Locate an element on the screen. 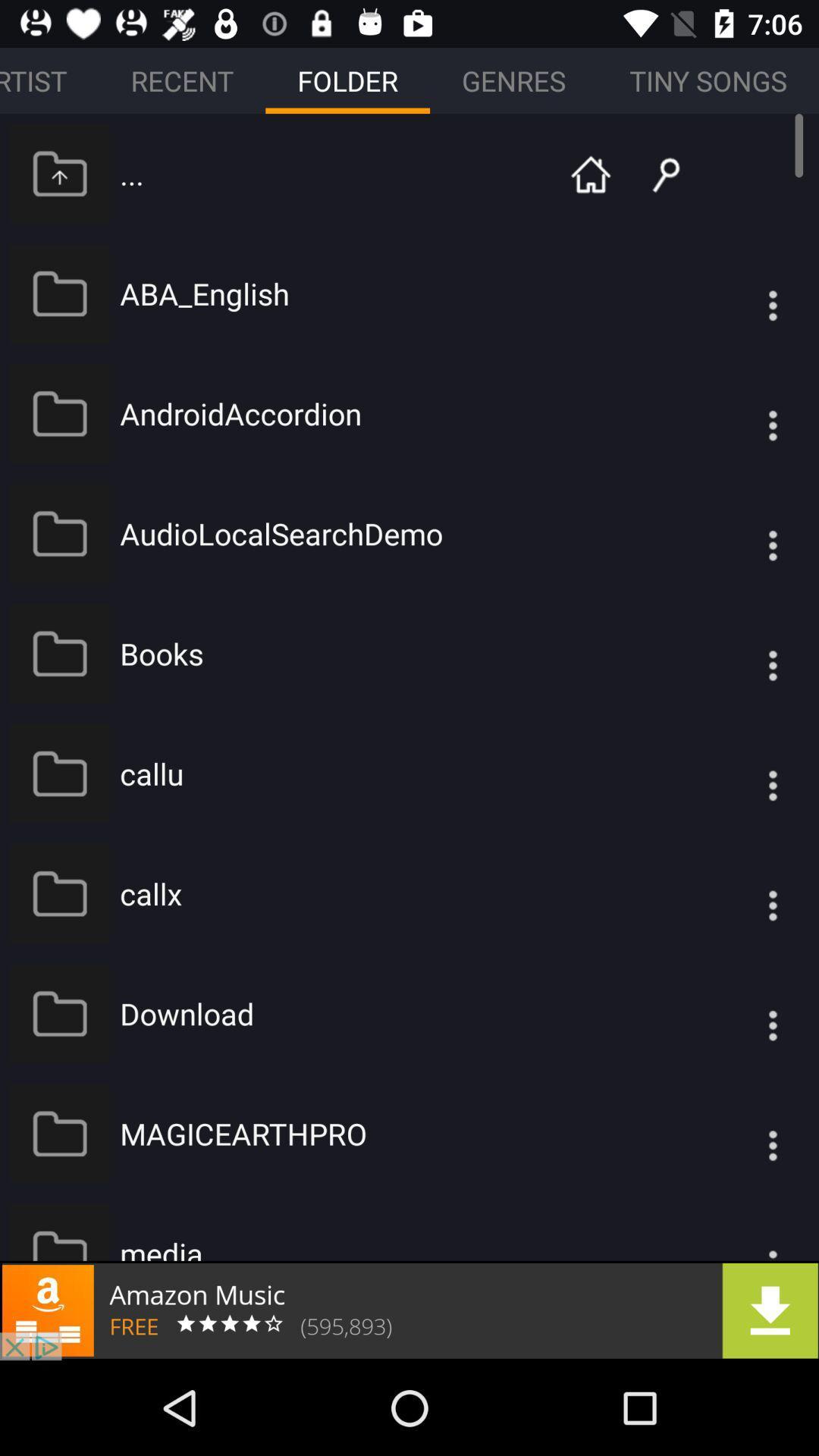 The image size is (819, 1456). home is located at coordinates (590, 173).